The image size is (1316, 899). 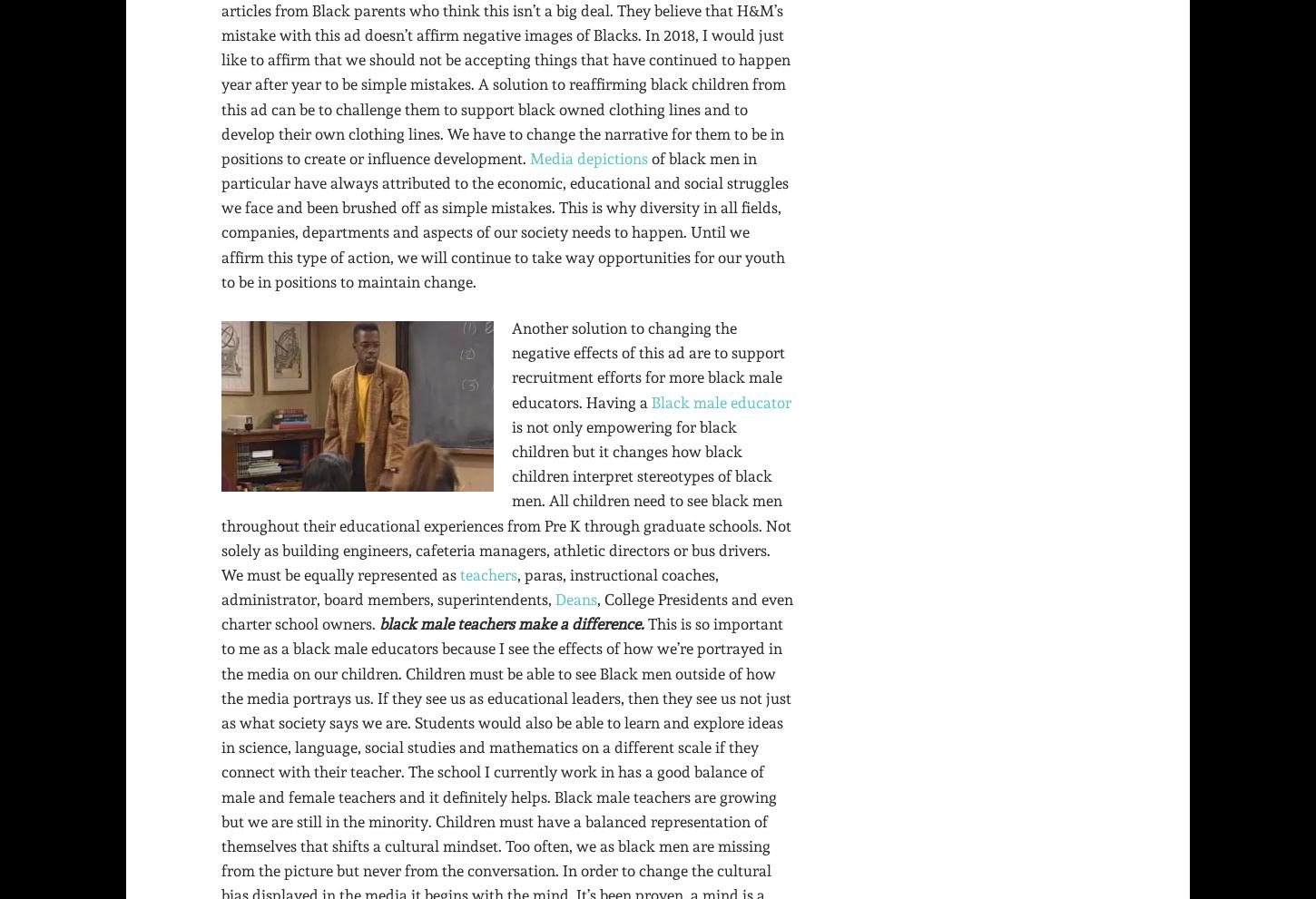 I want to click on ', paras, instructional coaches, administrator, board members, superintendents,', so click(x=469, y=586).